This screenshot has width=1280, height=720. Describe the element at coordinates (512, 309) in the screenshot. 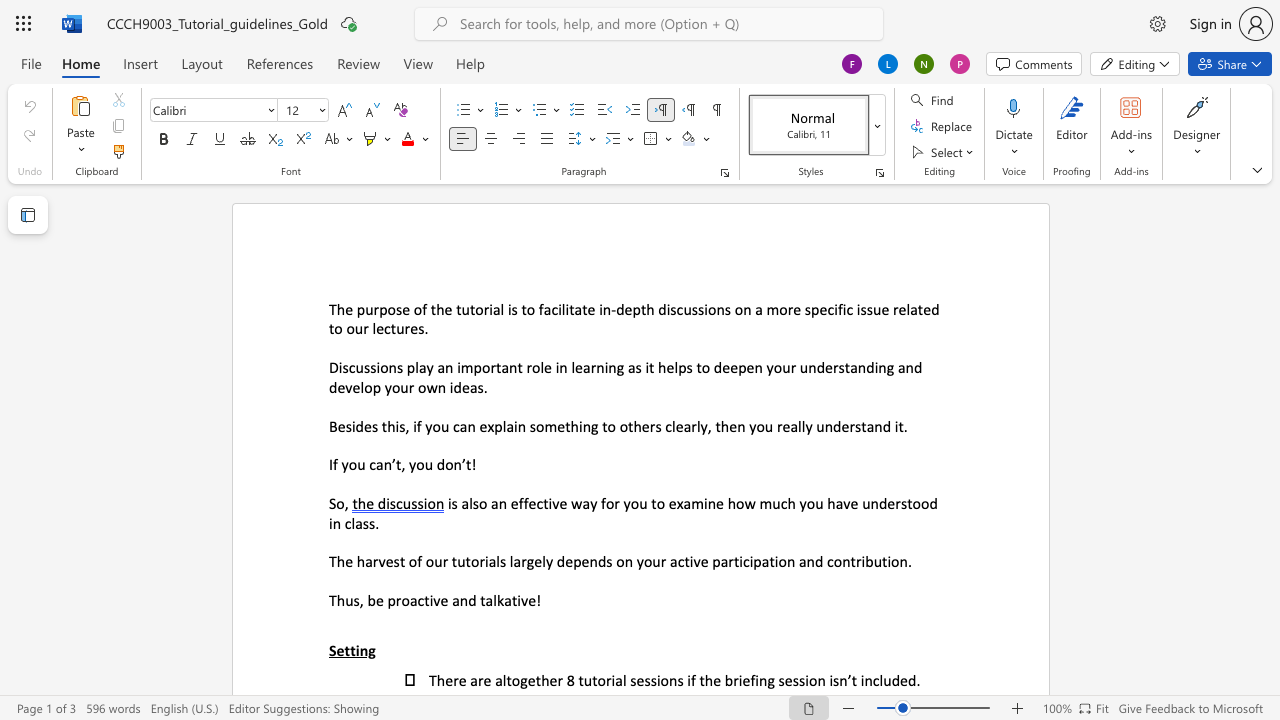

I see `the space between the continuous character "i" and "s" in the text` at that location.